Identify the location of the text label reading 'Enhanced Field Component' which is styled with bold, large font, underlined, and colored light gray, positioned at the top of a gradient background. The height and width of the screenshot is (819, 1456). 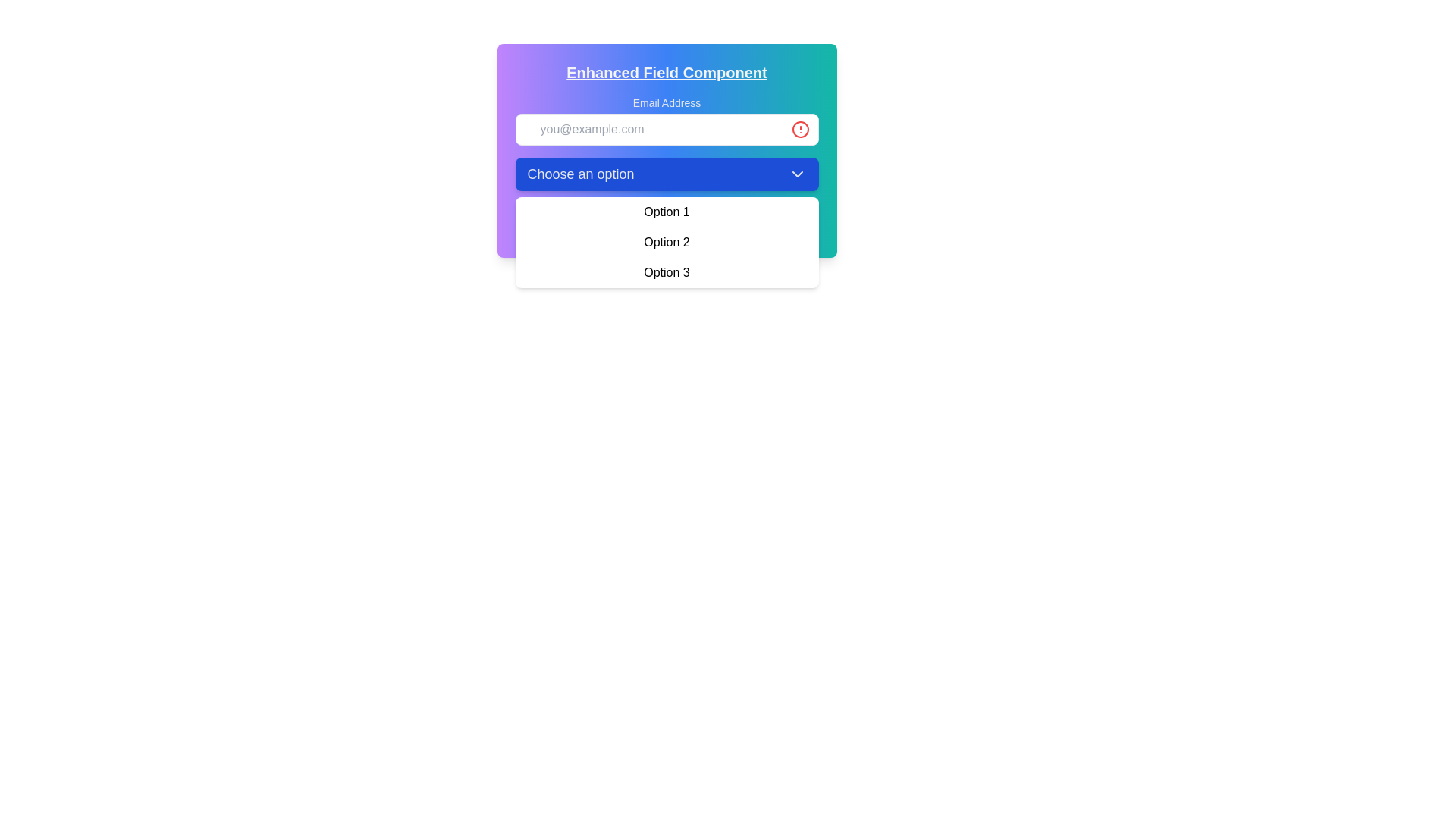
(667, 73).